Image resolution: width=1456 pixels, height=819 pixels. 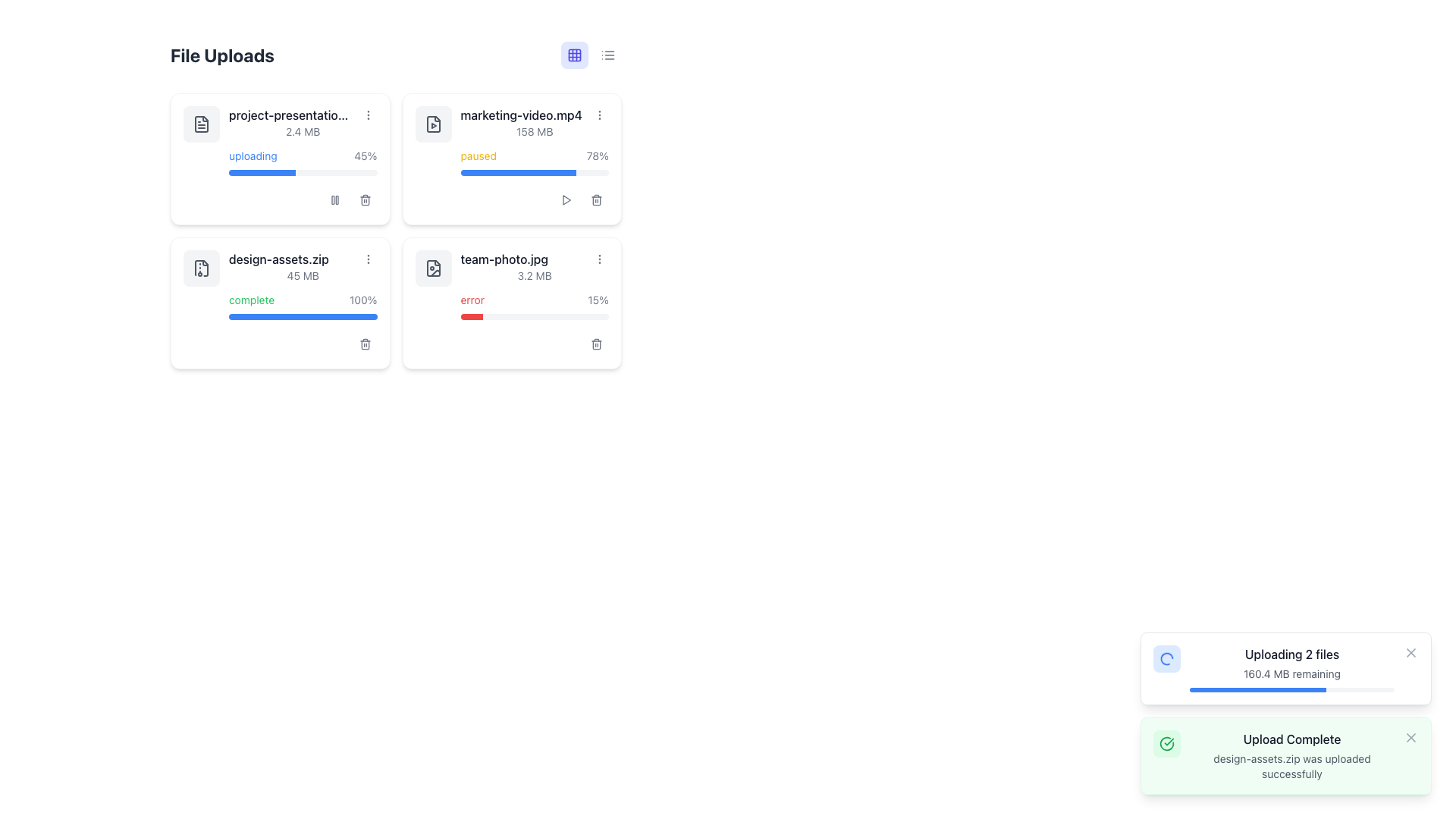 I want to click on the closures or additional options in the Notification Area located in the bottom right corner of the interface, which displays upload progress and confirmations, so click(x=1285, y=714).